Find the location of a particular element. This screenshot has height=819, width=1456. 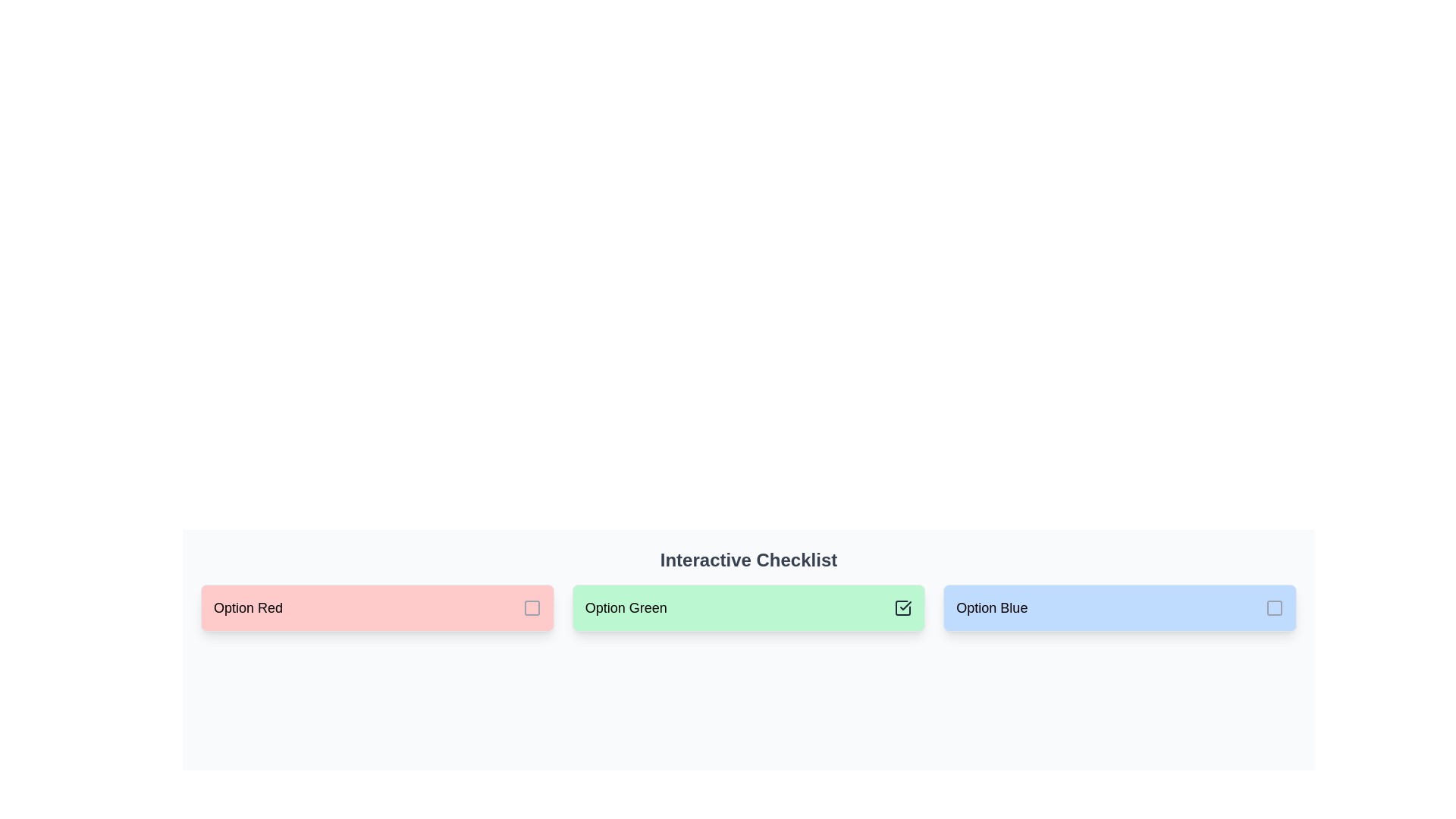

the bold text header labeled 'Interactive Checklist' located at the top of the checklist interface section is located at coordinates (748, 560).